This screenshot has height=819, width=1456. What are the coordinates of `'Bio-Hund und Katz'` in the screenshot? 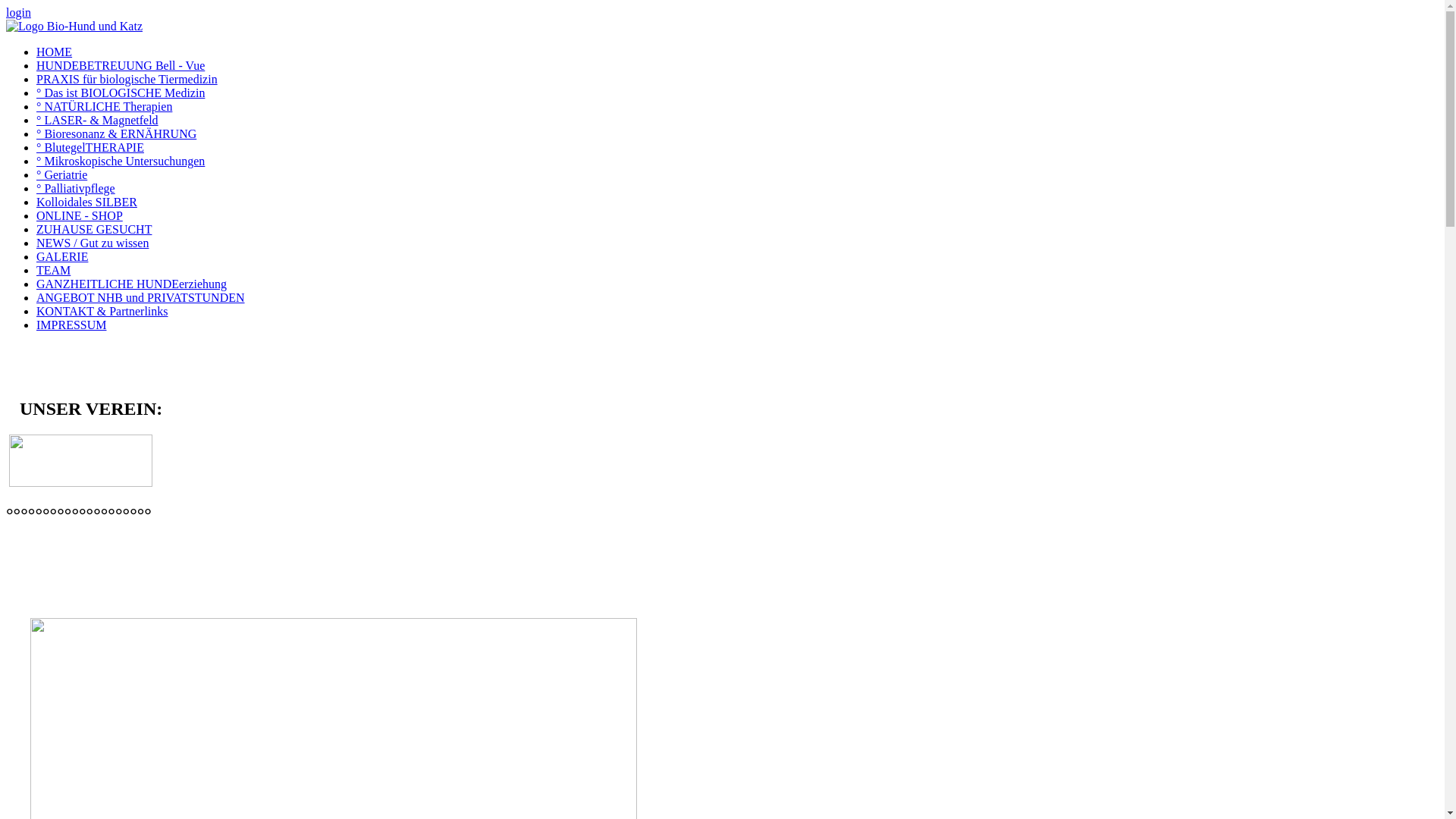 It's located at (6, 26).